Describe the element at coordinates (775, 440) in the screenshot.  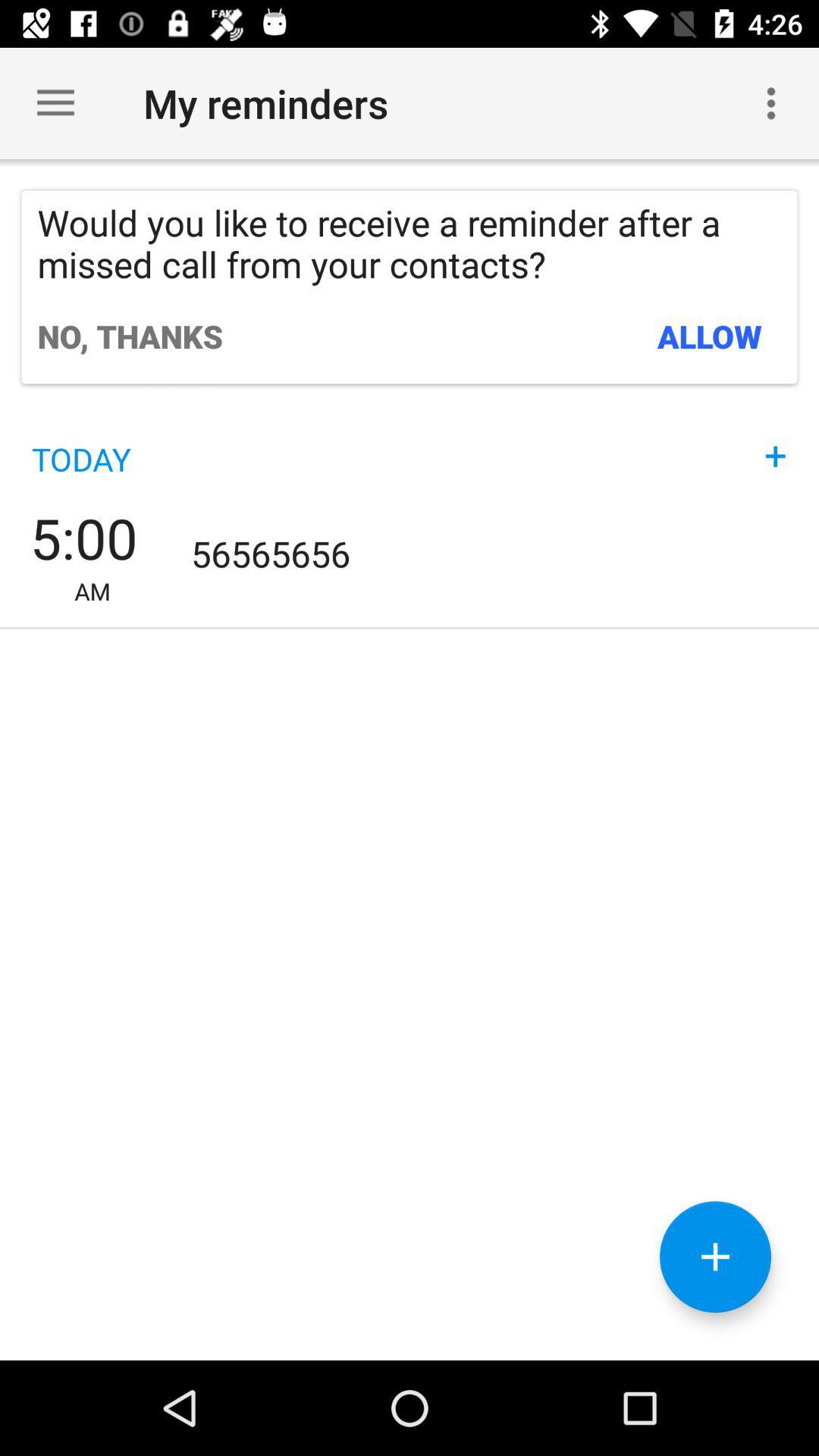
I see `+` at that location.